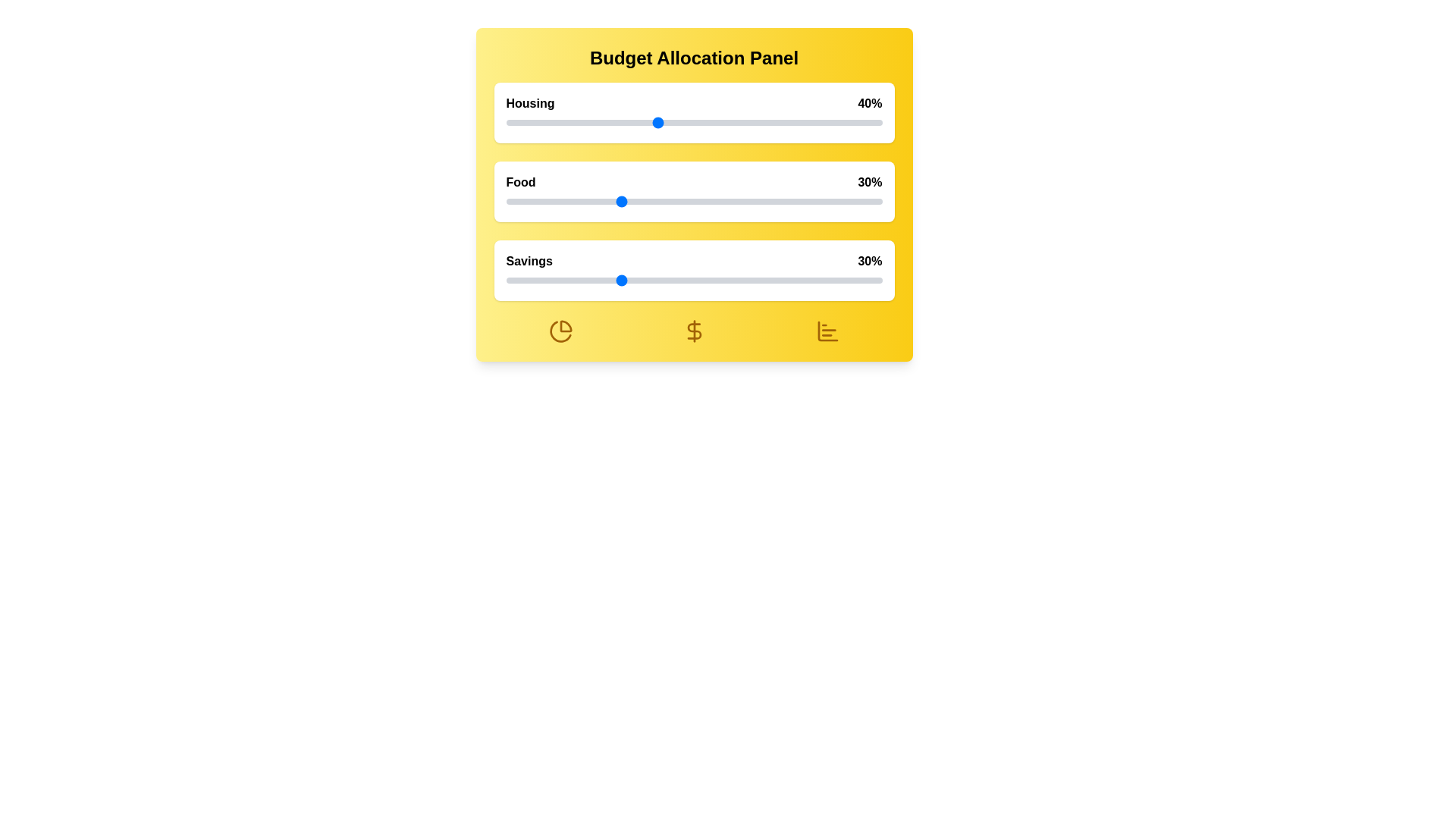 The width and height of the screenshot is (1456, 819). What do you see at coordinates (827, 330) in the screenshot?
I see `the bar chart icon located in the bottom-right corner of the yellow panel` at bounding box center [827, 330].